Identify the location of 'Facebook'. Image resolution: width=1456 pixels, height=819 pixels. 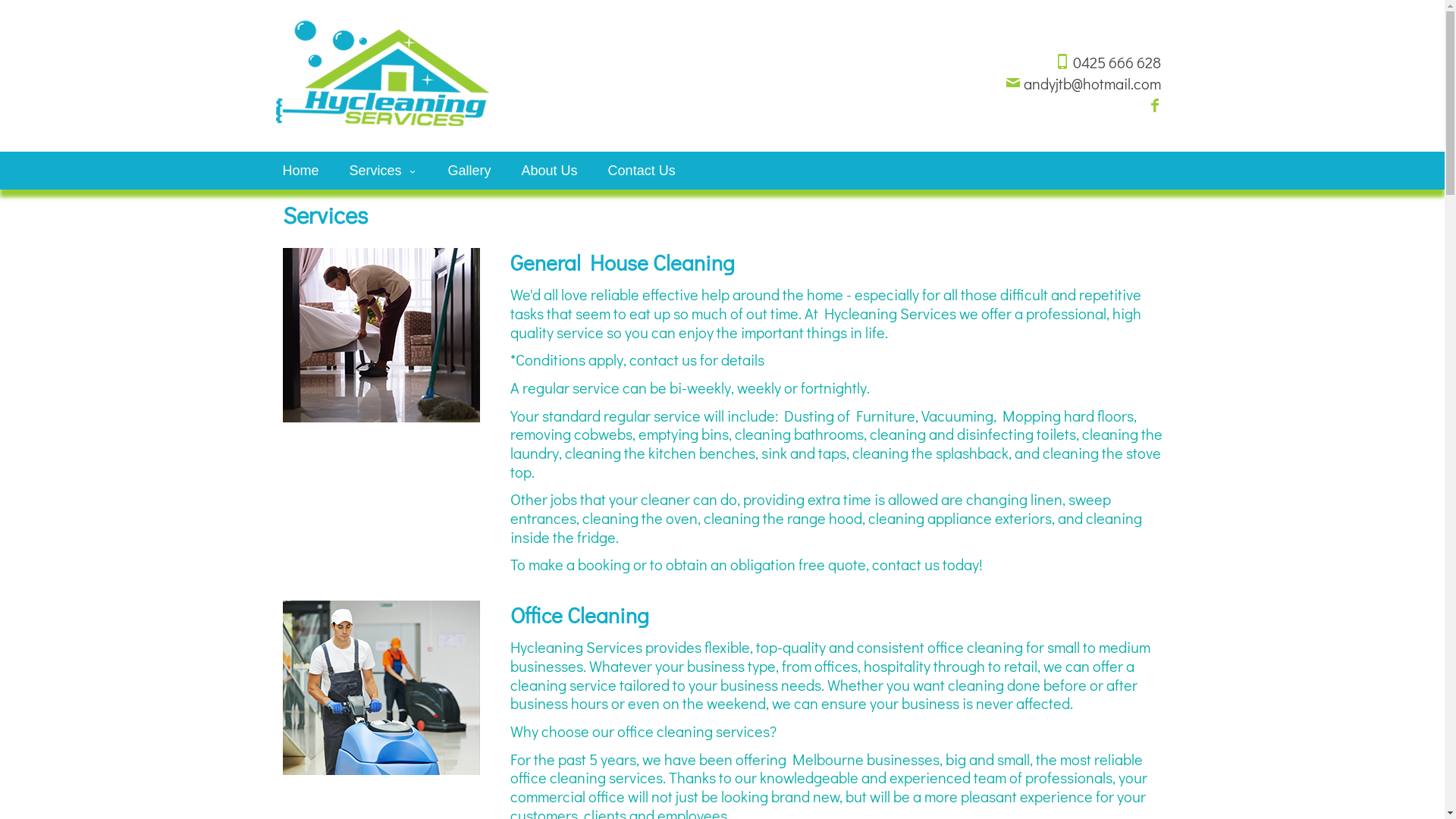
(1153, 105).